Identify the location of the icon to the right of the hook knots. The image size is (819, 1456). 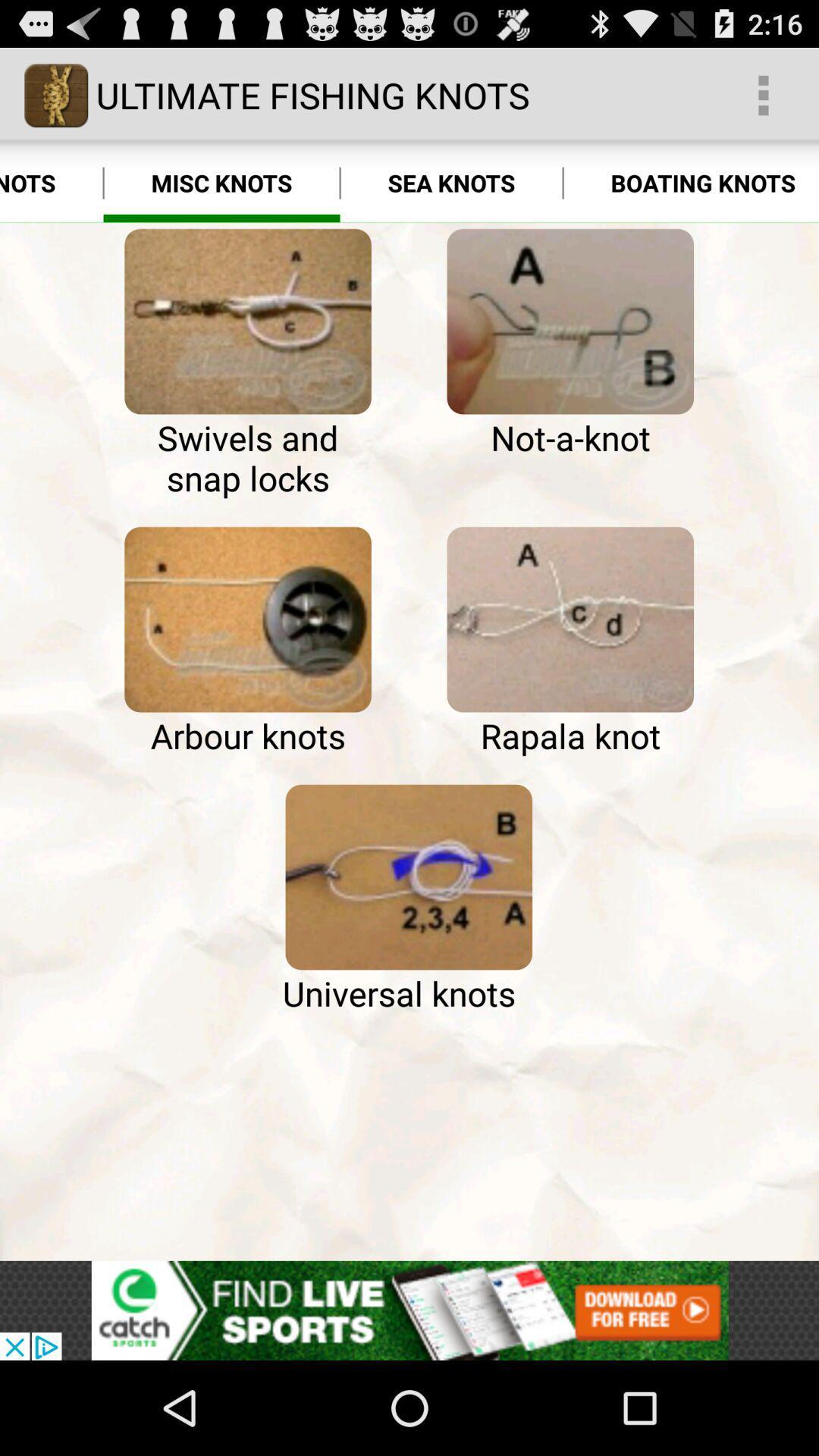
(221, 182).